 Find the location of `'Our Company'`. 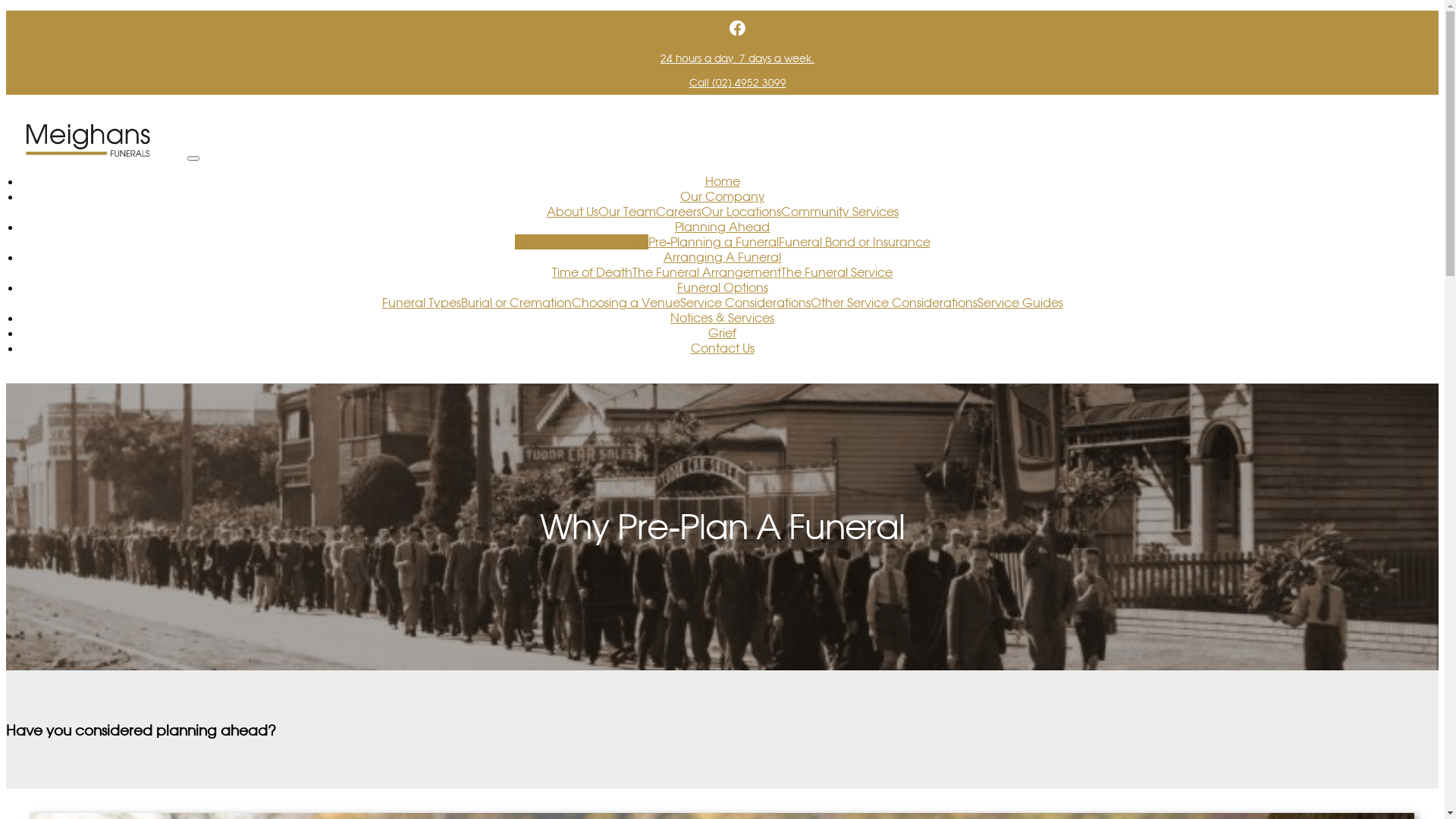

'Our Company' is located at coordinates (679, 195).